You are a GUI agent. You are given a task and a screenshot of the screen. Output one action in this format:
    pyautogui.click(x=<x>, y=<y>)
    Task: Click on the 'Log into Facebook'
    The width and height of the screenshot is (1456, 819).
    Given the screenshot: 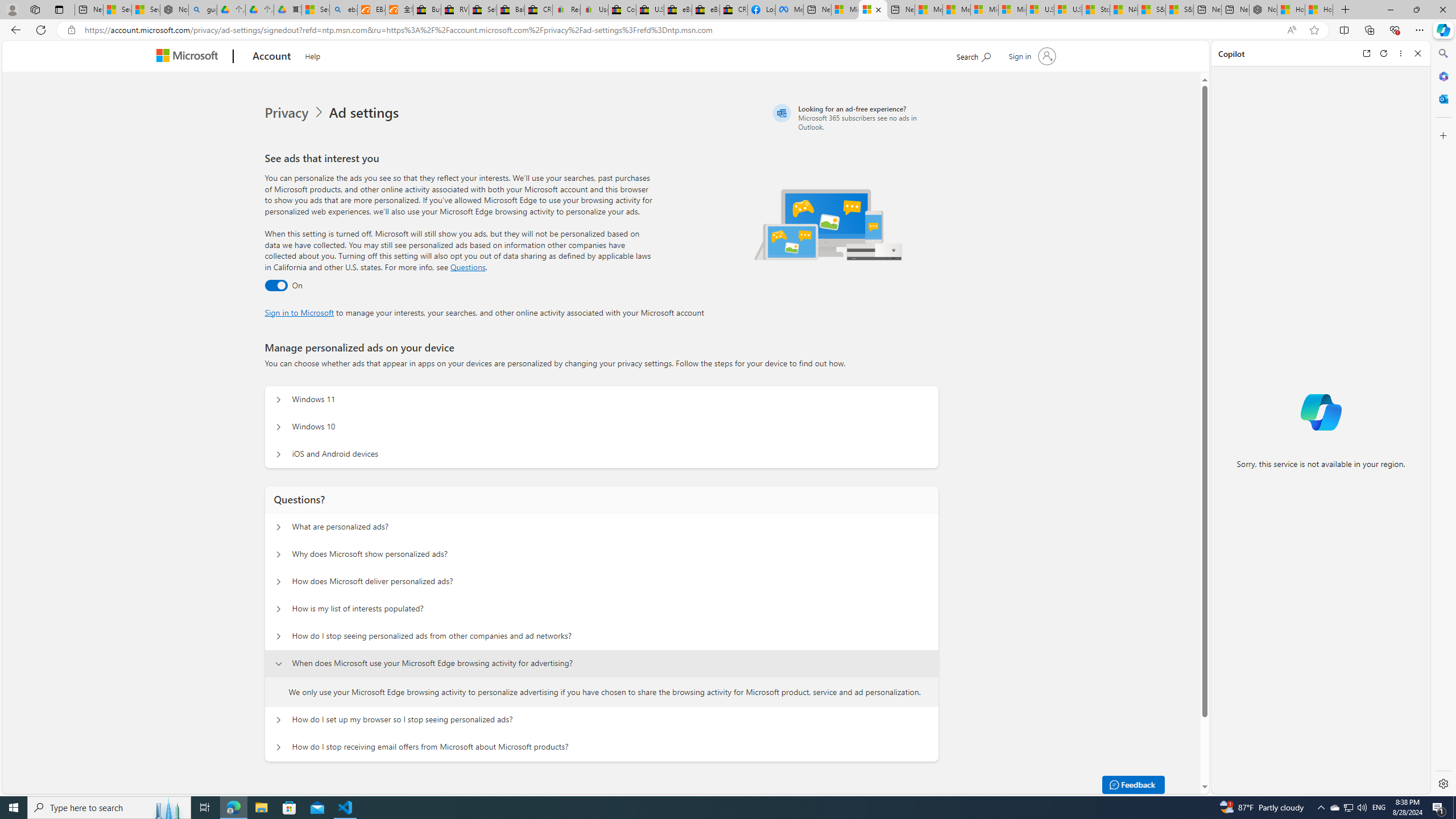 What is the action you would take?
    pyautogui.click(x=760, y=9)
    